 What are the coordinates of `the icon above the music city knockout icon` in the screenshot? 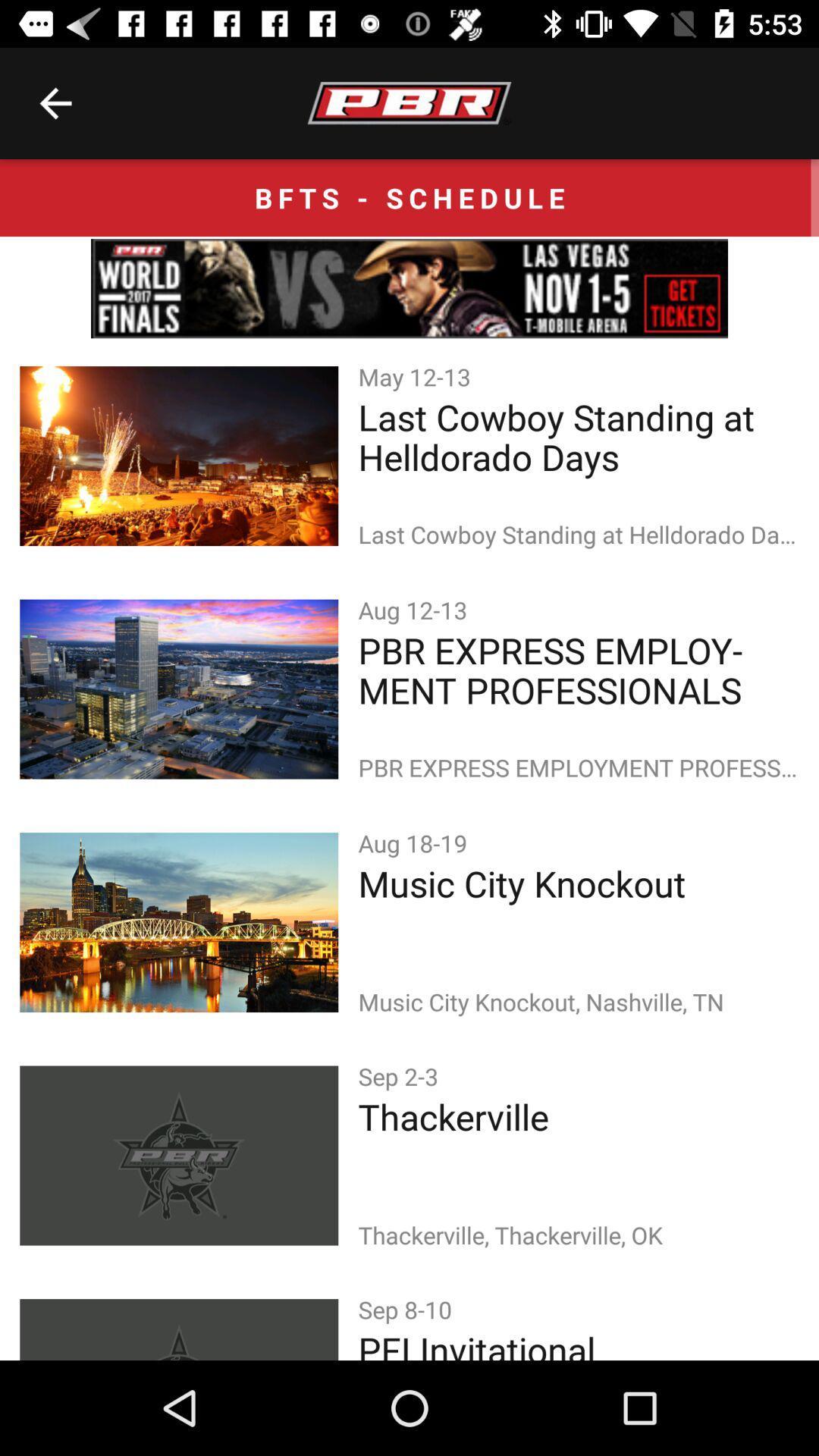 It's located at (416, 842).